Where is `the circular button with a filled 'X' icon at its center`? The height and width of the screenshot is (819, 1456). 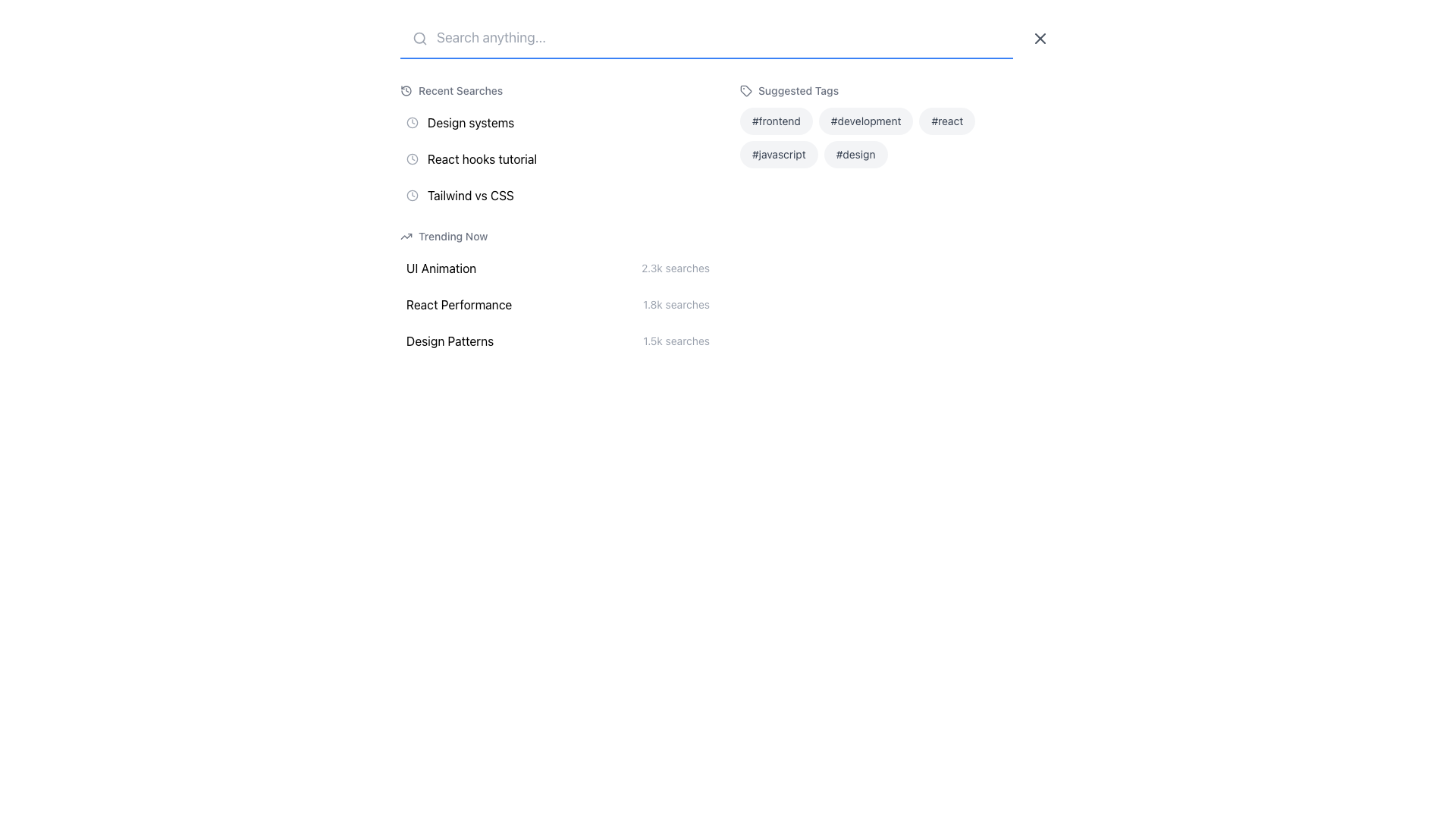
the circular button with a filled 'X' icon at its center is located at coordinates (1040, 37).